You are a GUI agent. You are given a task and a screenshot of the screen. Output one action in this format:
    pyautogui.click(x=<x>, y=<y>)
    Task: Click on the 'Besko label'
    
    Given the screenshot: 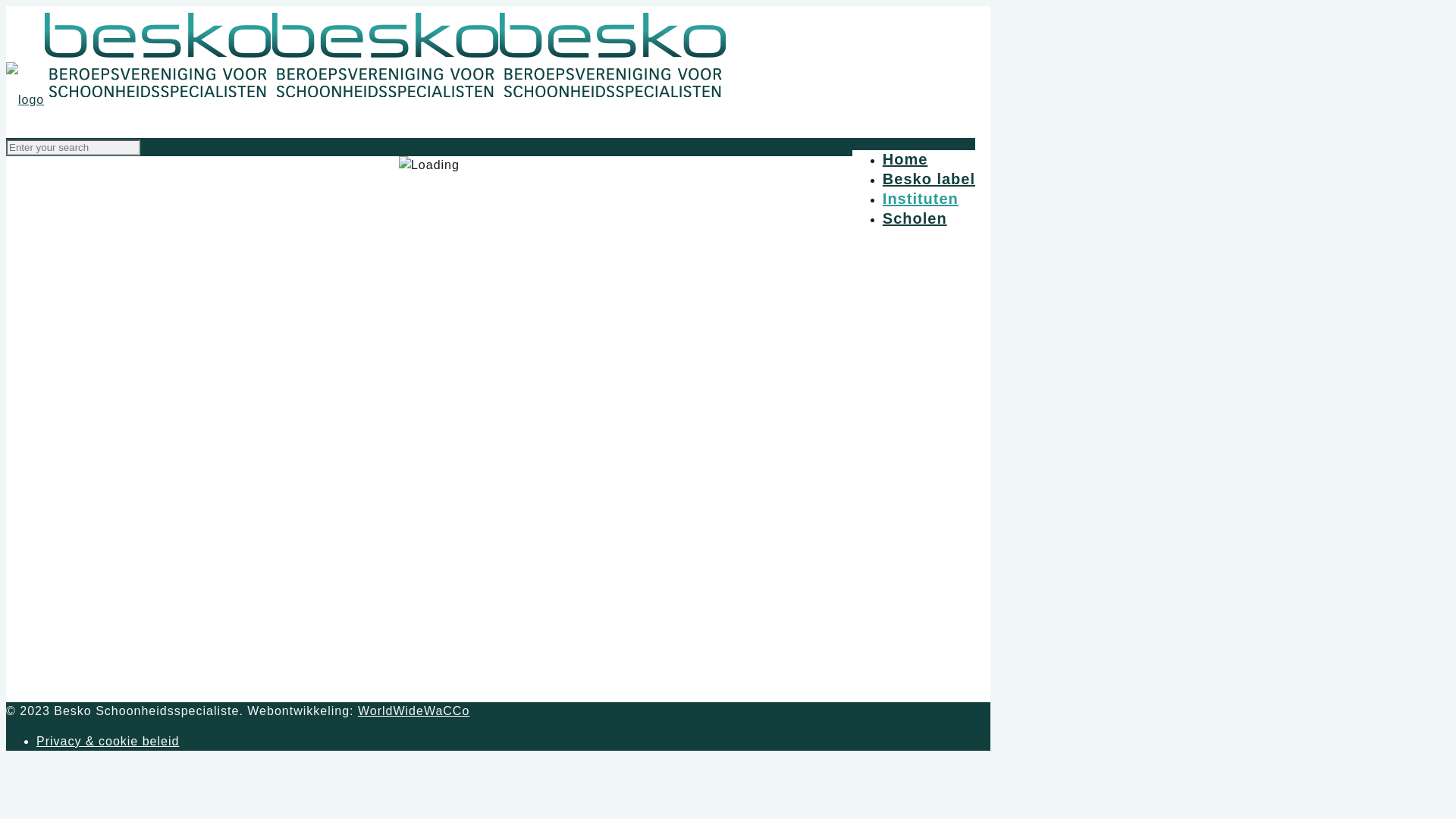 What is the action you would take?
    pyautogui.click(x=882, y=177)
    